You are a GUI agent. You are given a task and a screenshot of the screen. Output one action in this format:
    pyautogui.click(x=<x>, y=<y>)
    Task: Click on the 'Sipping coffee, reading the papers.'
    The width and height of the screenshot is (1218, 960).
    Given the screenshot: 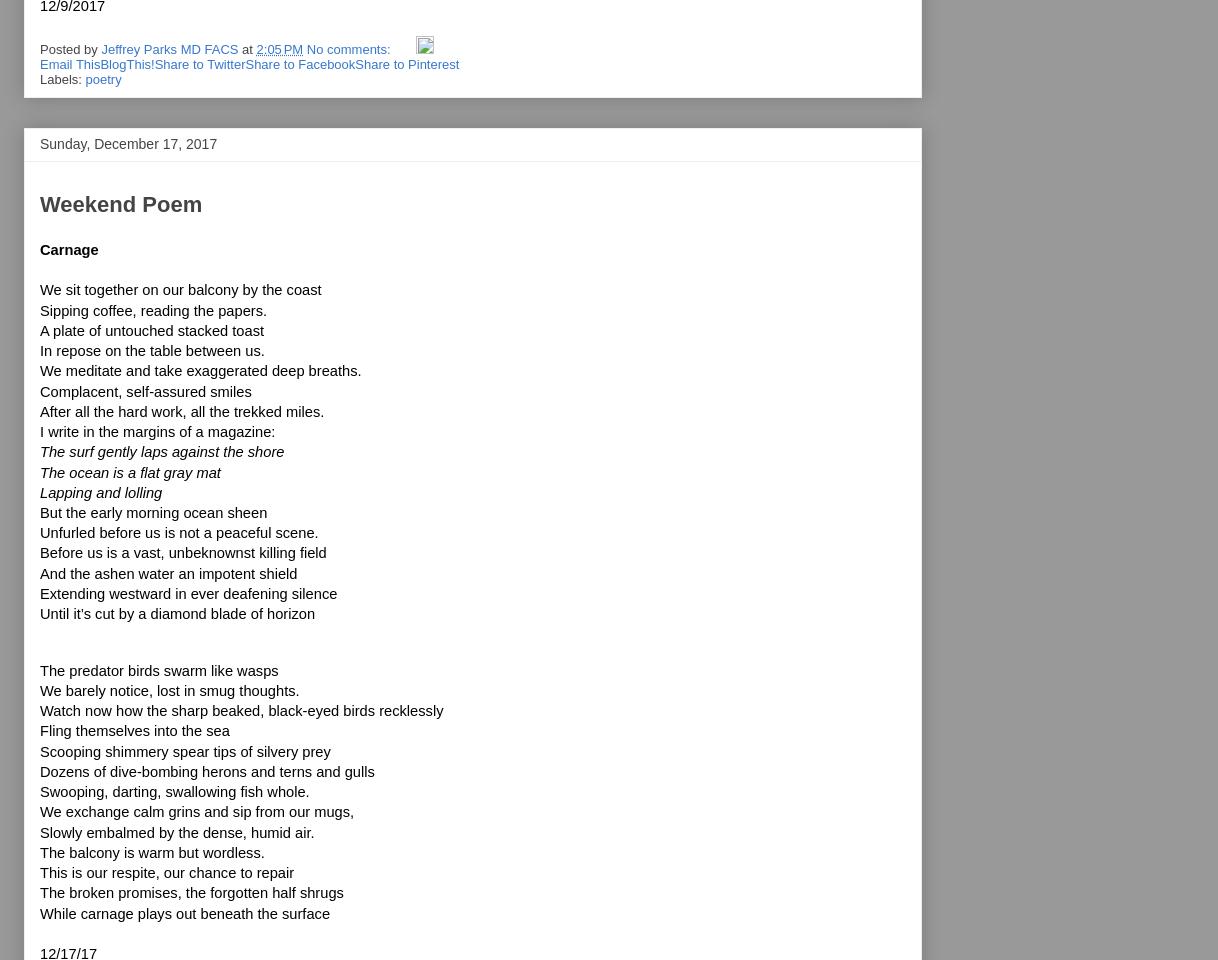 What is the action you would take?
    pyautogui.click(x=152, y=309)
    